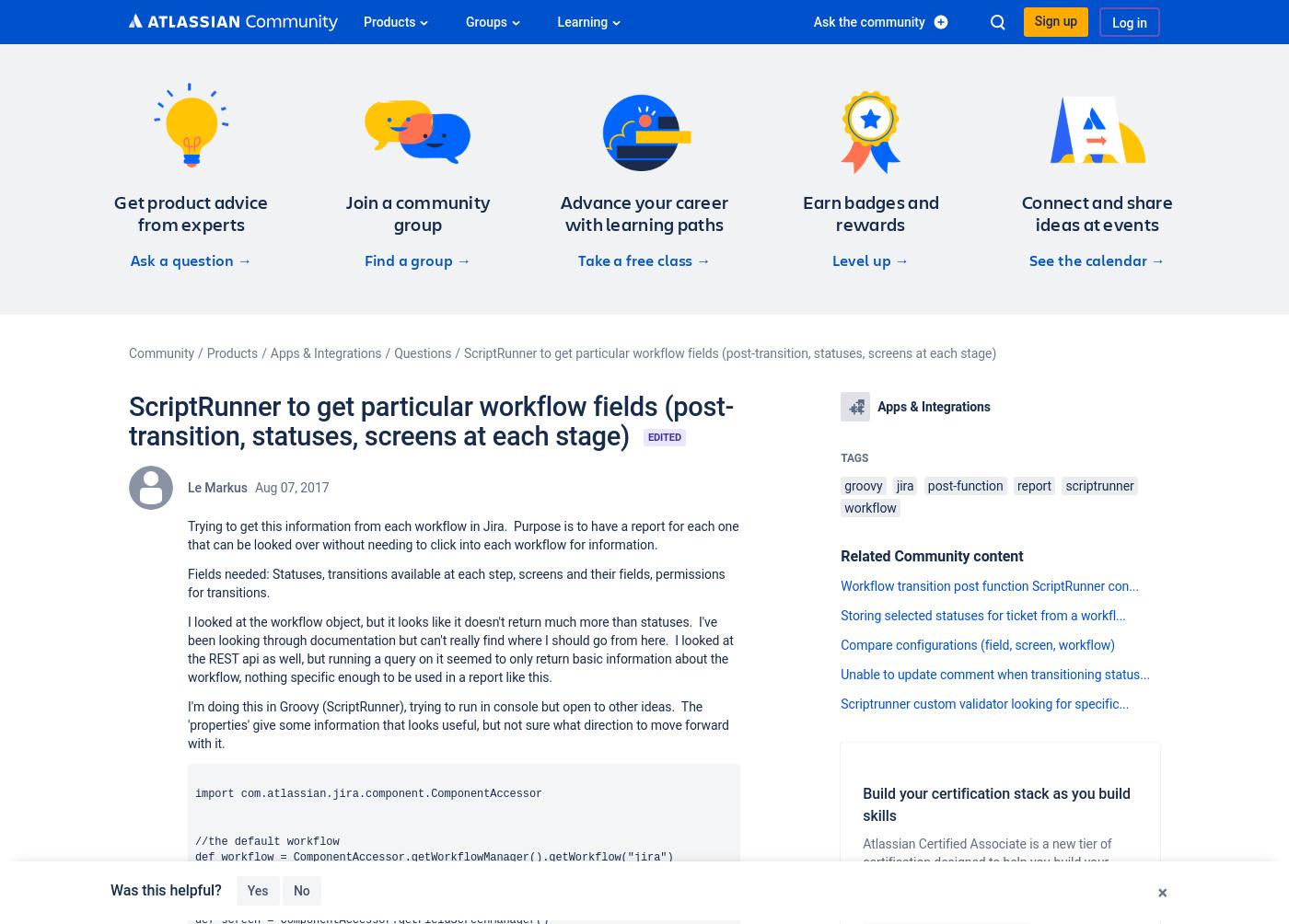  What do you see at coordinates (854, 456) in the screenshot?
I see `'TAGS'` at bounding box center [854, 456].